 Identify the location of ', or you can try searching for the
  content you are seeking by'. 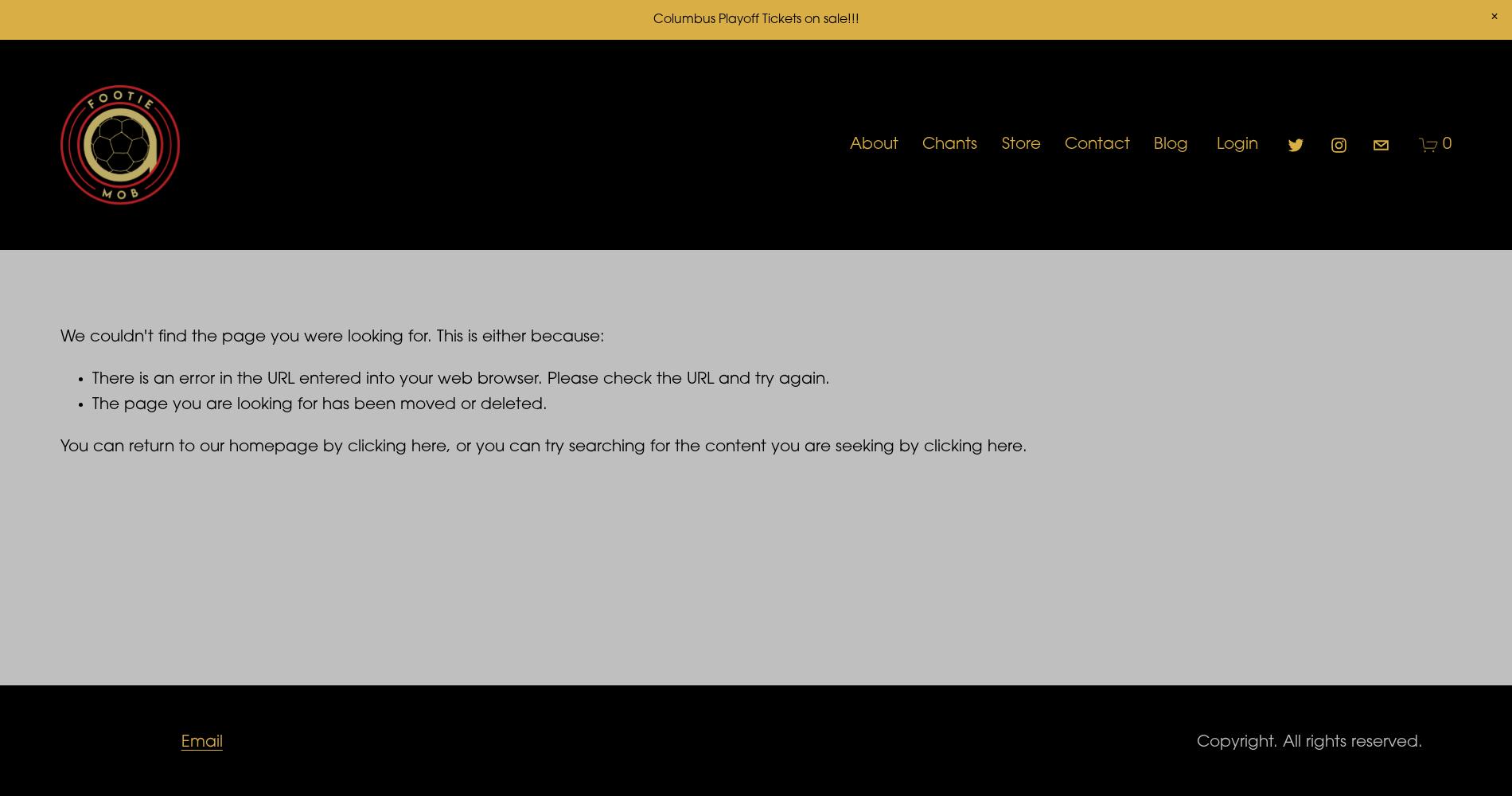
(684, 447).